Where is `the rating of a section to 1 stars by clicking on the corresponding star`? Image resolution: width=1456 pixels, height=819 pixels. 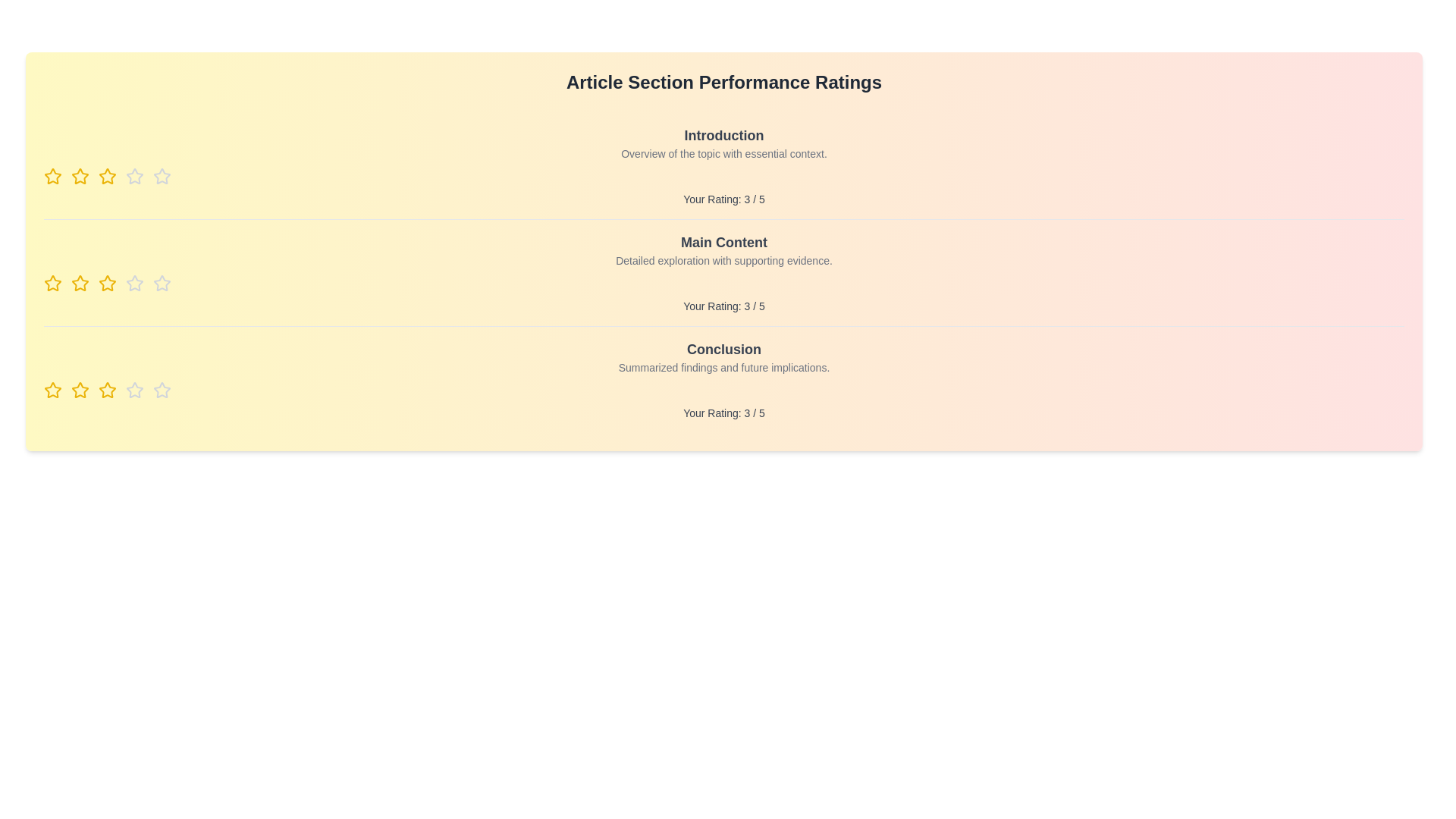
the rating of a section to 1 stars by clicking on the corresponding star is located at coordinates (53, 175).